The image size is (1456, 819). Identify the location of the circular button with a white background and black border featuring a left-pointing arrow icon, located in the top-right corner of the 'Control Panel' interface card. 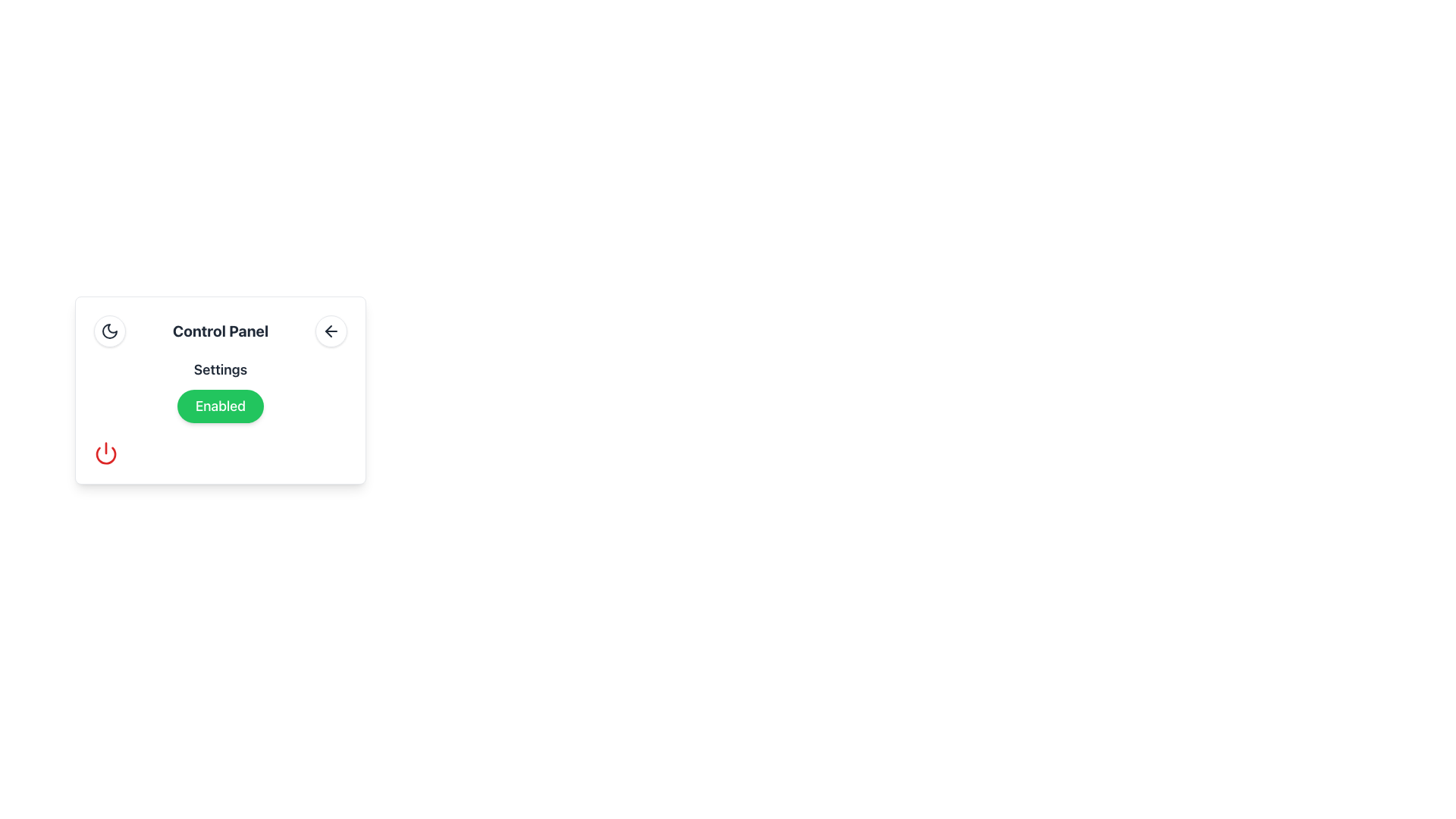
(330, 330).